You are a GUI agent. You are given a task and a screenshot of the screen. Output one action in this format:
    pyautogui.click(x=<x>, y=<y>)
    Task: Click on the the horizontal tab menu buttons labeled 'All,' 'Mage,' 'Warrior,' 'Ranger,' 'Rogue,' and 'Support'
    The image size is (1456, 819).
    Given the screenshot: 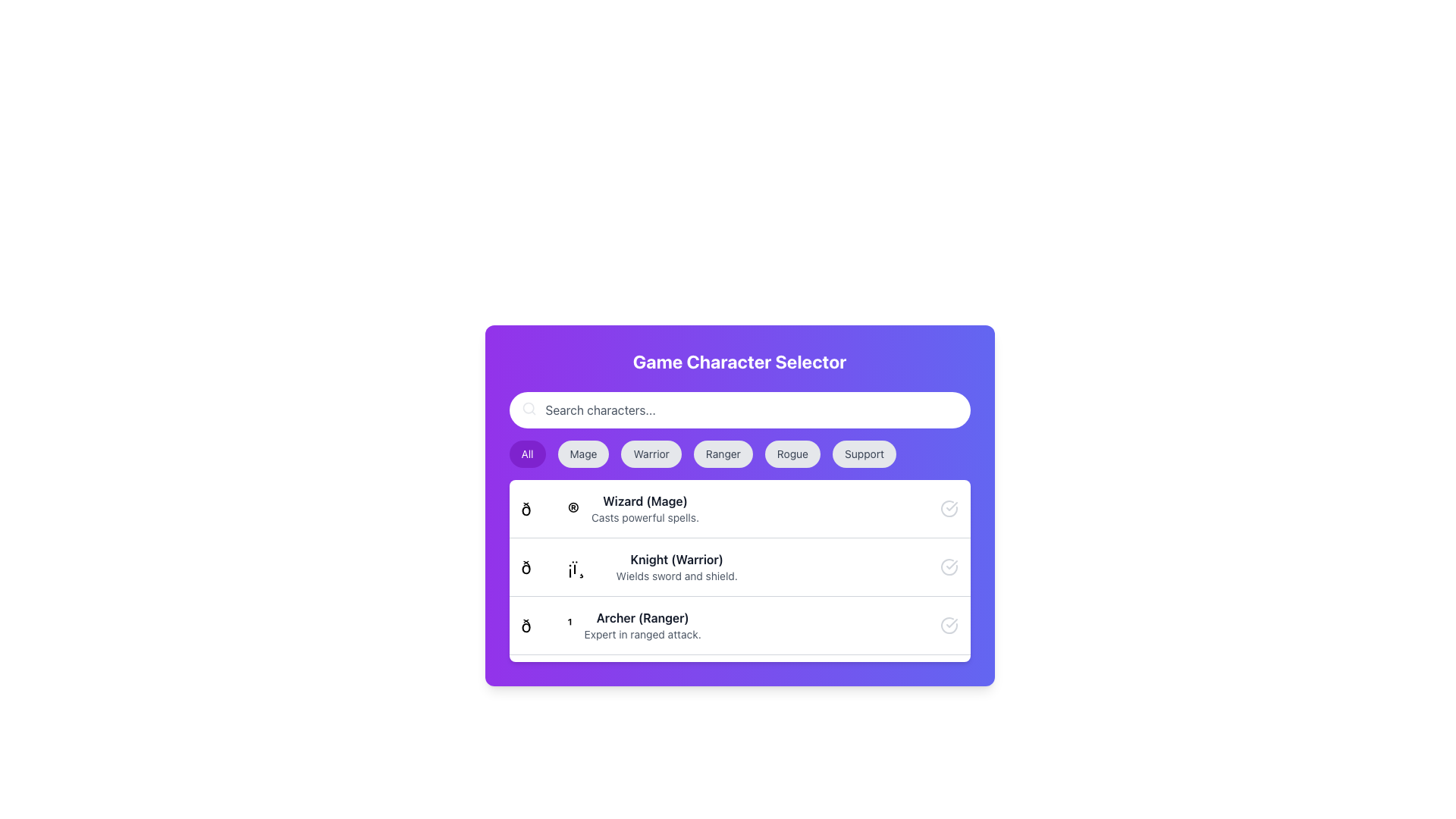 What is the action you would take?
    pyautogui.click(x=739, y=453)
    